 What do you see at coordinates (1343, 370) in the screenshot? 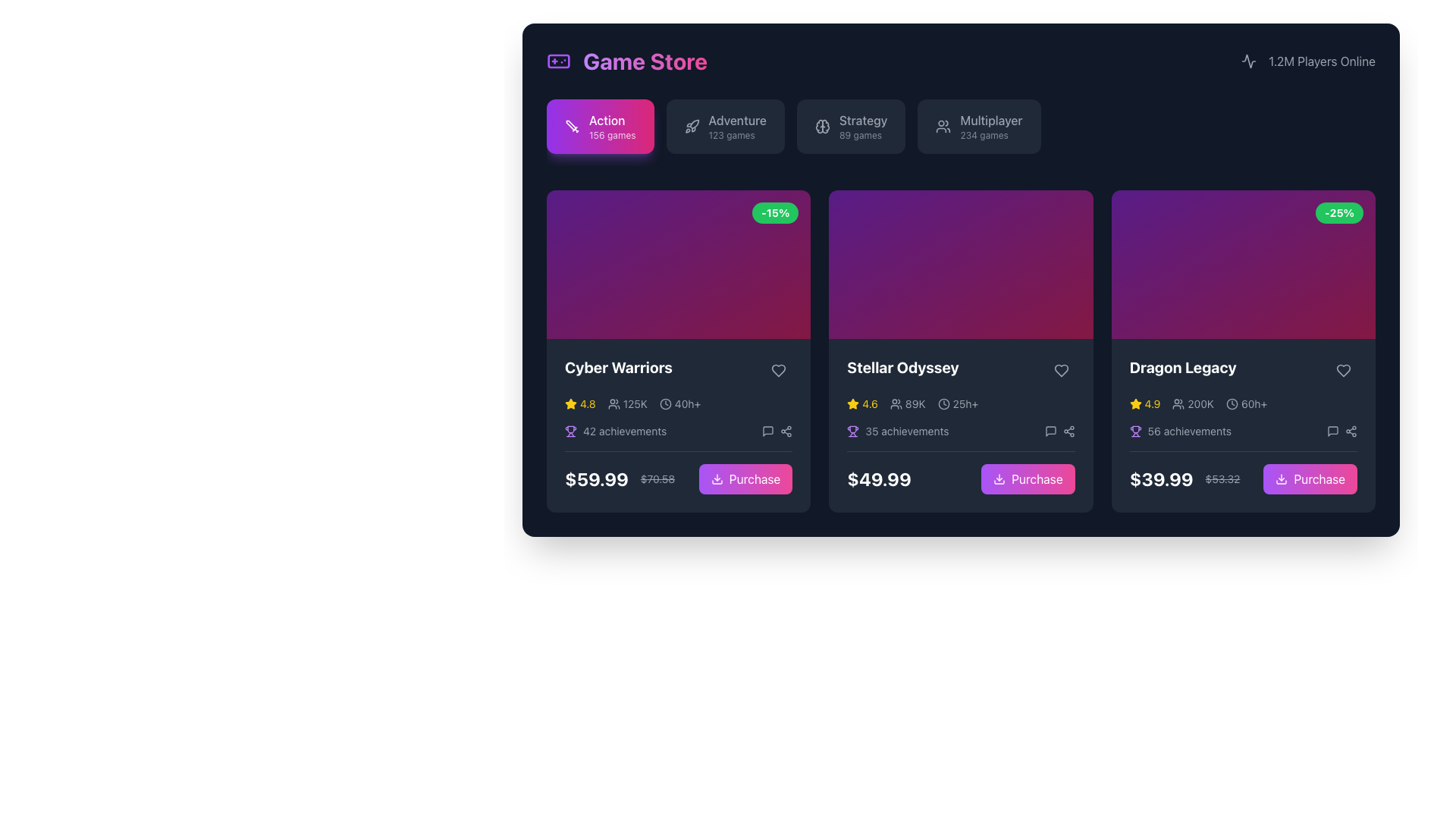
I see `the heart-shaped icon within the interactive button located in the upper-right corner of the 'Dragon Legacy' card to favorite the item` at bounding box center [1343, 370].